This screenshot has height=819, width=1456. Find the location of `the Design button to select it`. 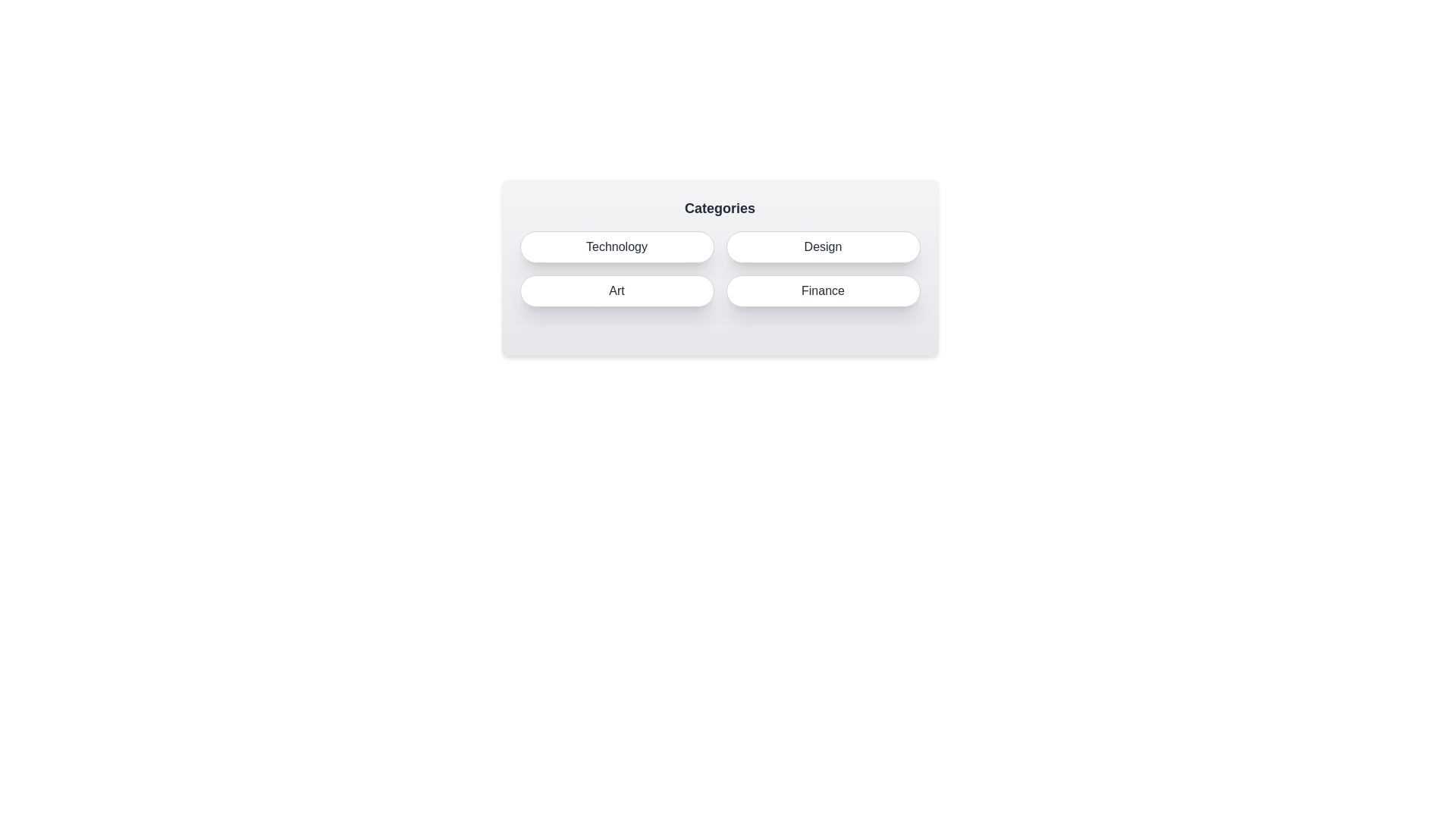

the Design button to select it is located at coordinates (822, 246).